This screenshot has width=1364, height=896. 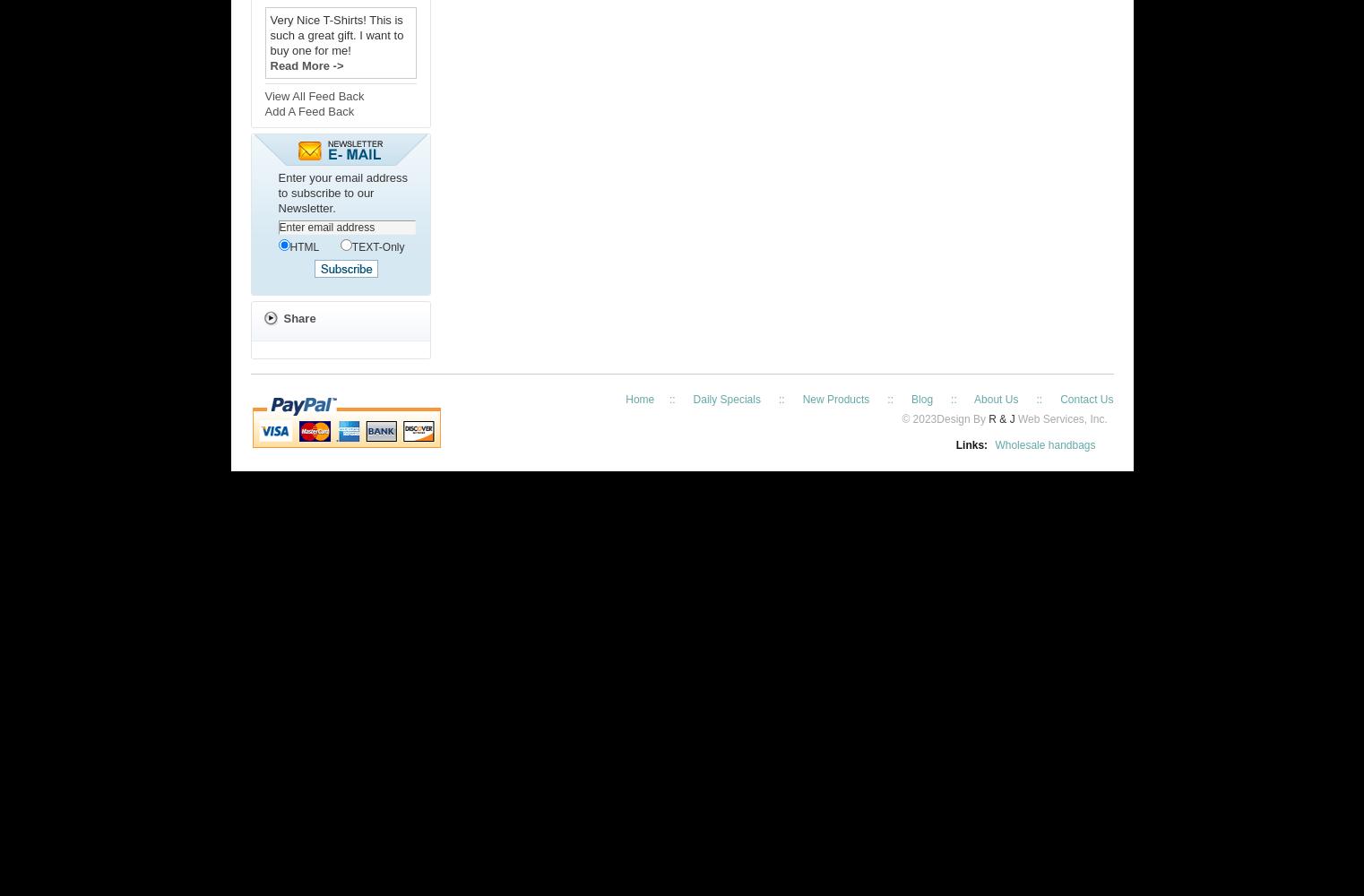 I want to click on 'Read More ->', so click(x=305, y=65).